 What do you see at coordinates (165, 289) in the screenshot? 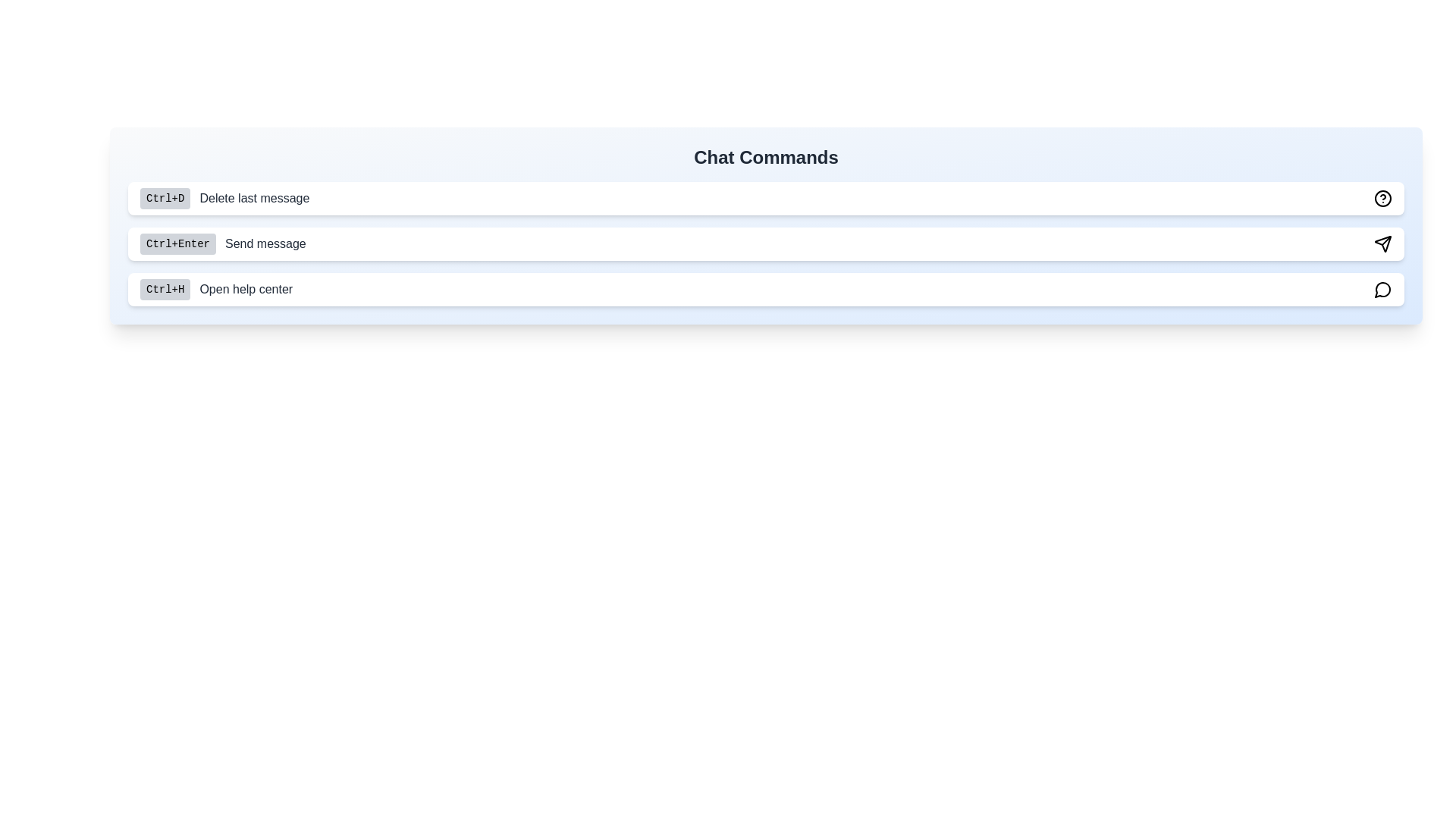
I see `the Keyboard shortcut label indicating 'Ctrl+H', which is positioned left of the 'Open help center' text in the third row of the vertical list` at bounding box center [165, 289].